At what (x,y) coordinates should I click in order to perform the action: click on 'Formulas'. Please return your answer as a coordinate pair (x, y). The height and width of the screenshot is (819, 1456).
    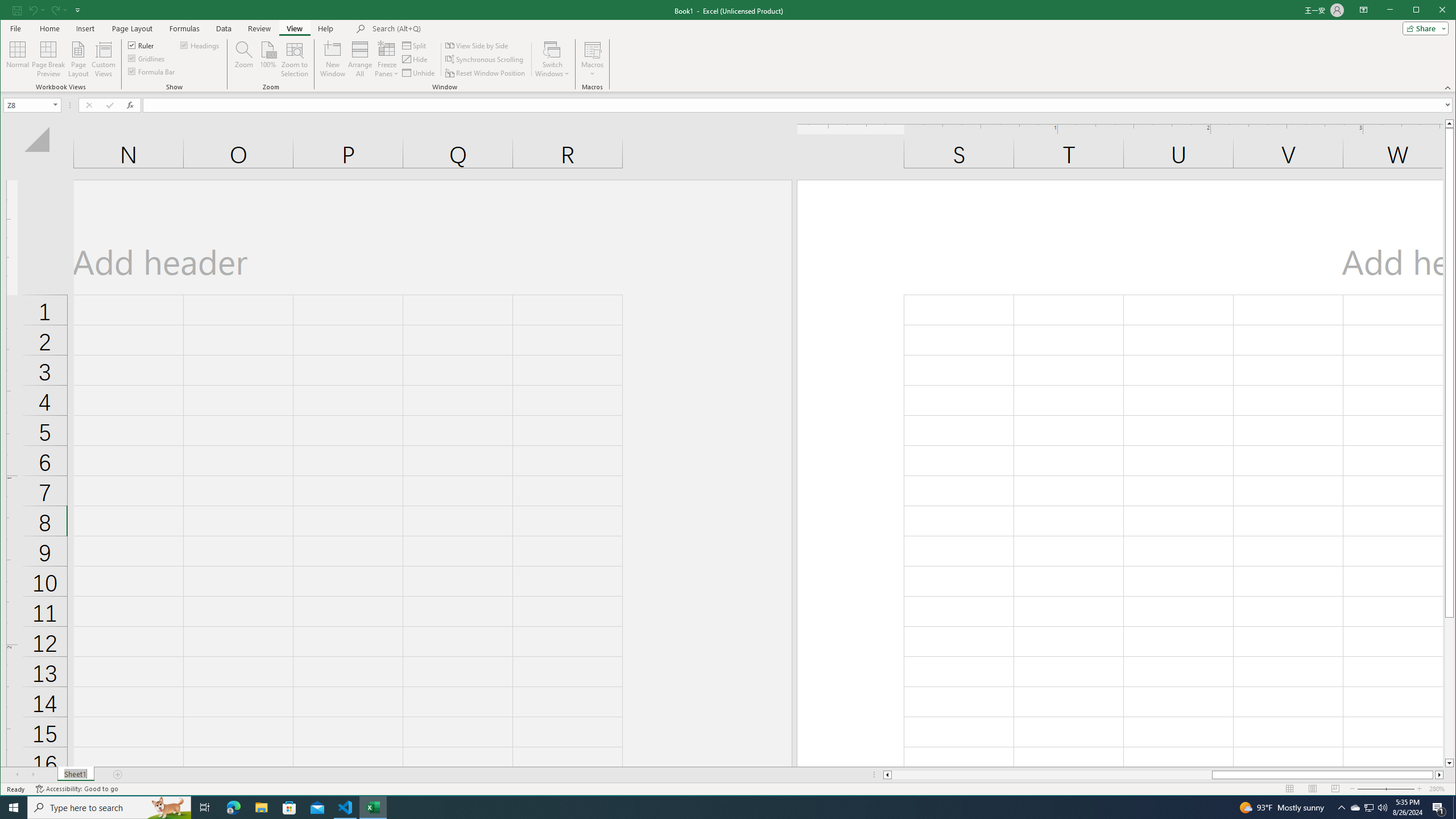
    Looking at the image, I should click on (185, 28).